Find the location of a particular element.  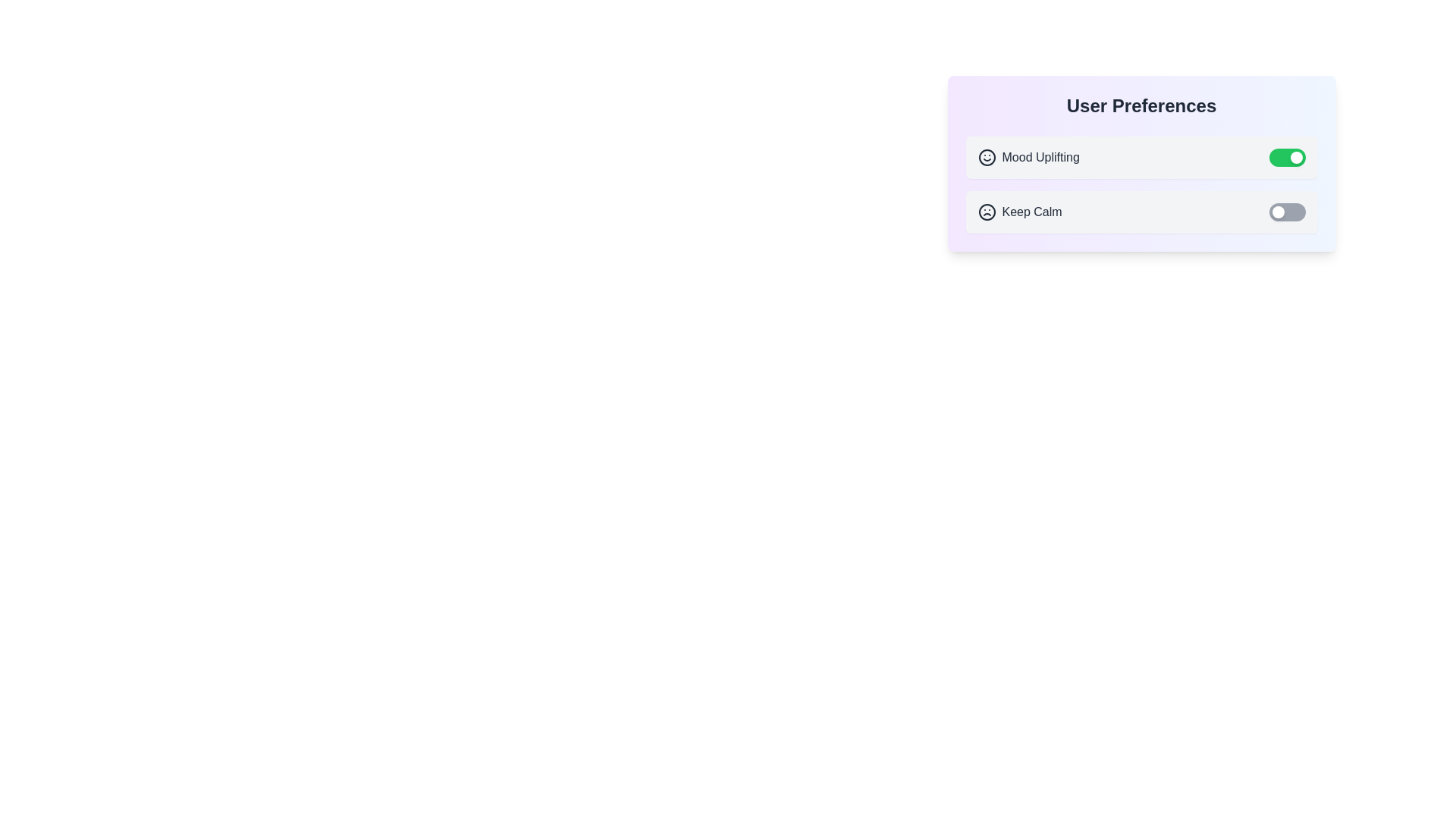

the black circular outline of the smiley symbol located beside the 'Mood Uplifting' toggle in the 'User Preferences' card is located at coordinates (987, 158).